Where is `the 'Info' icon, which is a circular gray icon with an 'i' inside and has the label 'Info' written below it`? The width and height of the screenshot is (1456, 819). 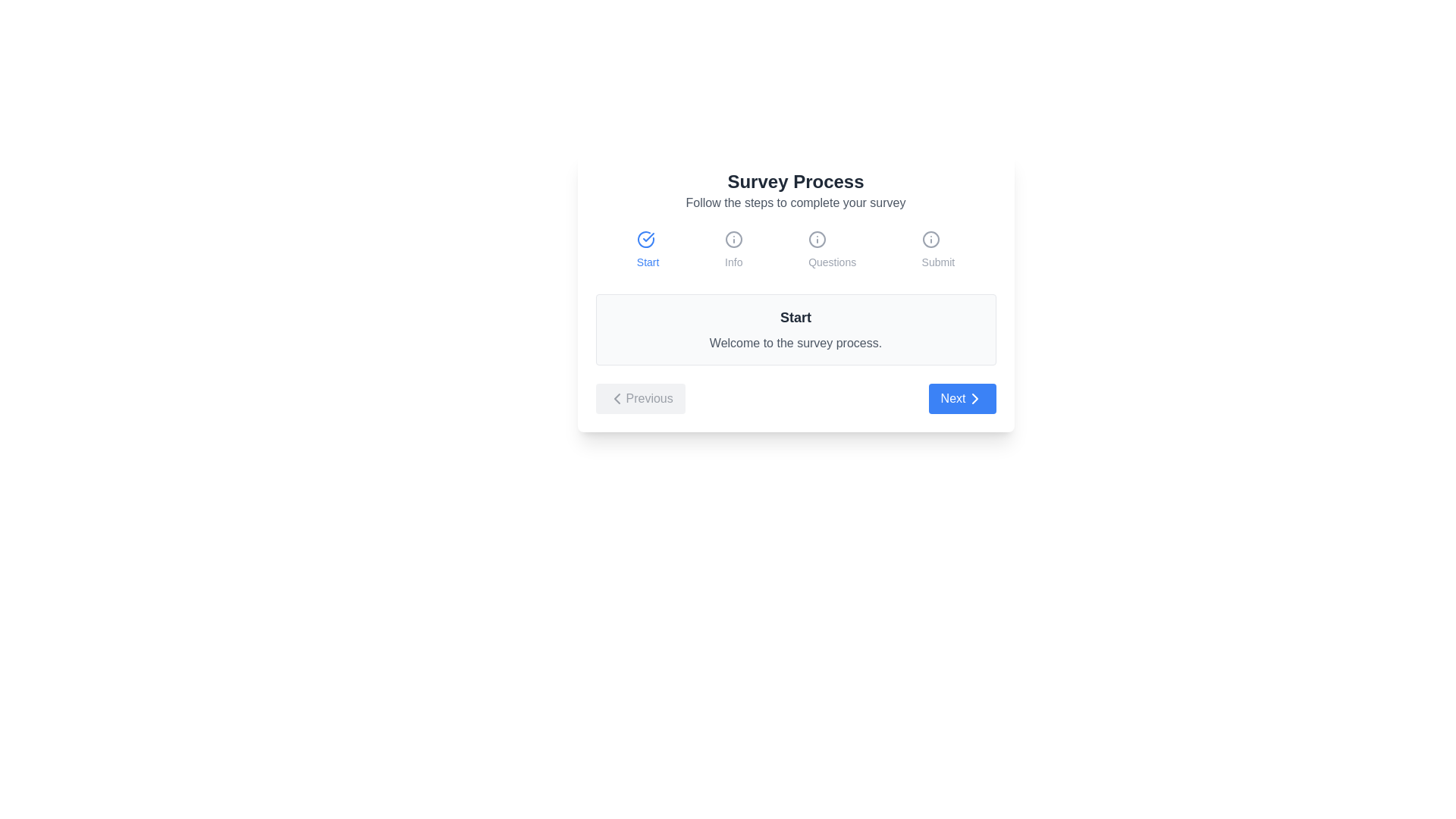
the 'Info' icon, which is a circular gray icon with an 'i' inside and has the label 'Info' written below it is located at coordinates (733, 249).